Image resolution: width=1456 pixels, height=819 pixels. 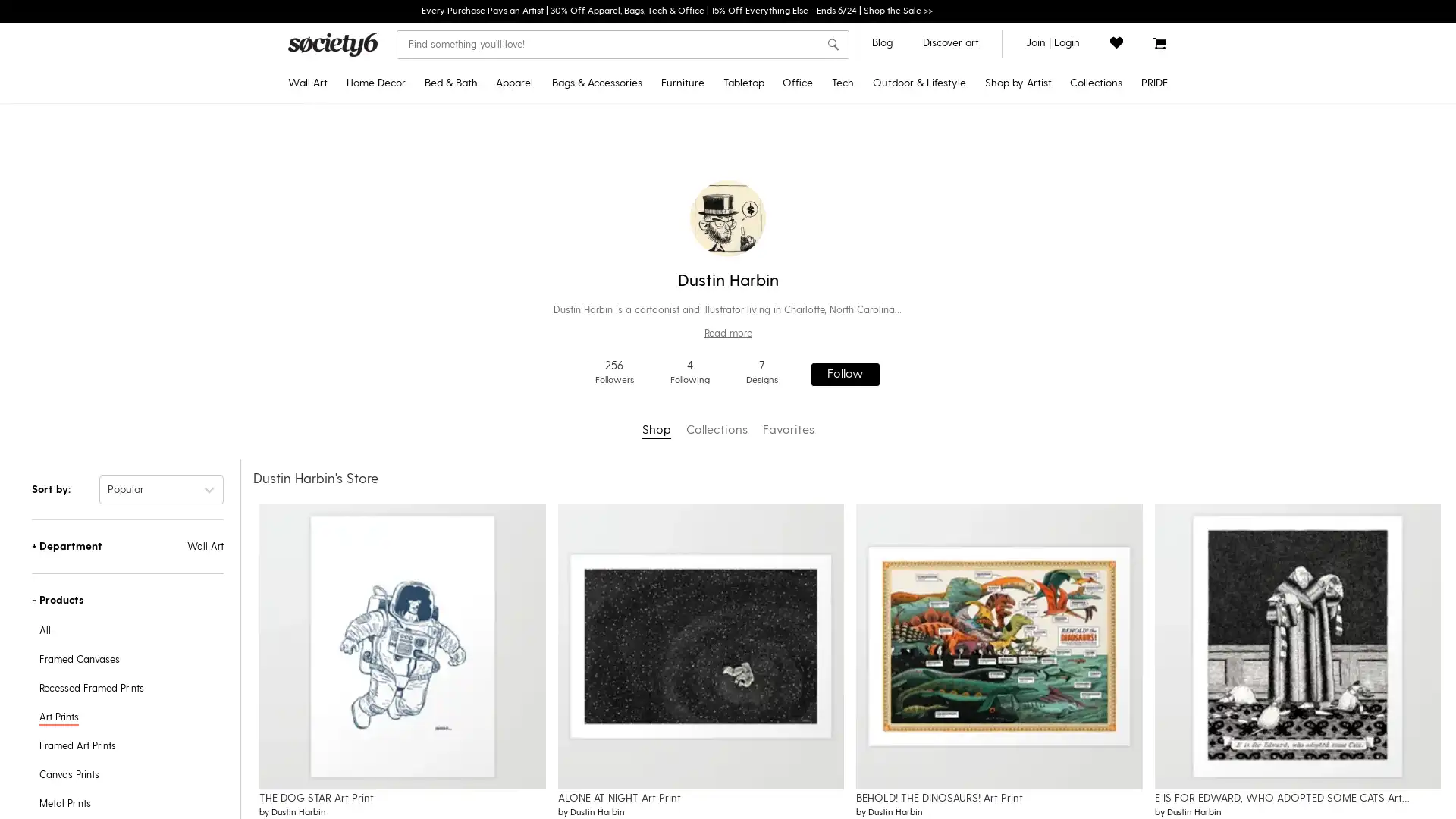 I want to click on Wood Wall Art, so click(x=356, y=366).